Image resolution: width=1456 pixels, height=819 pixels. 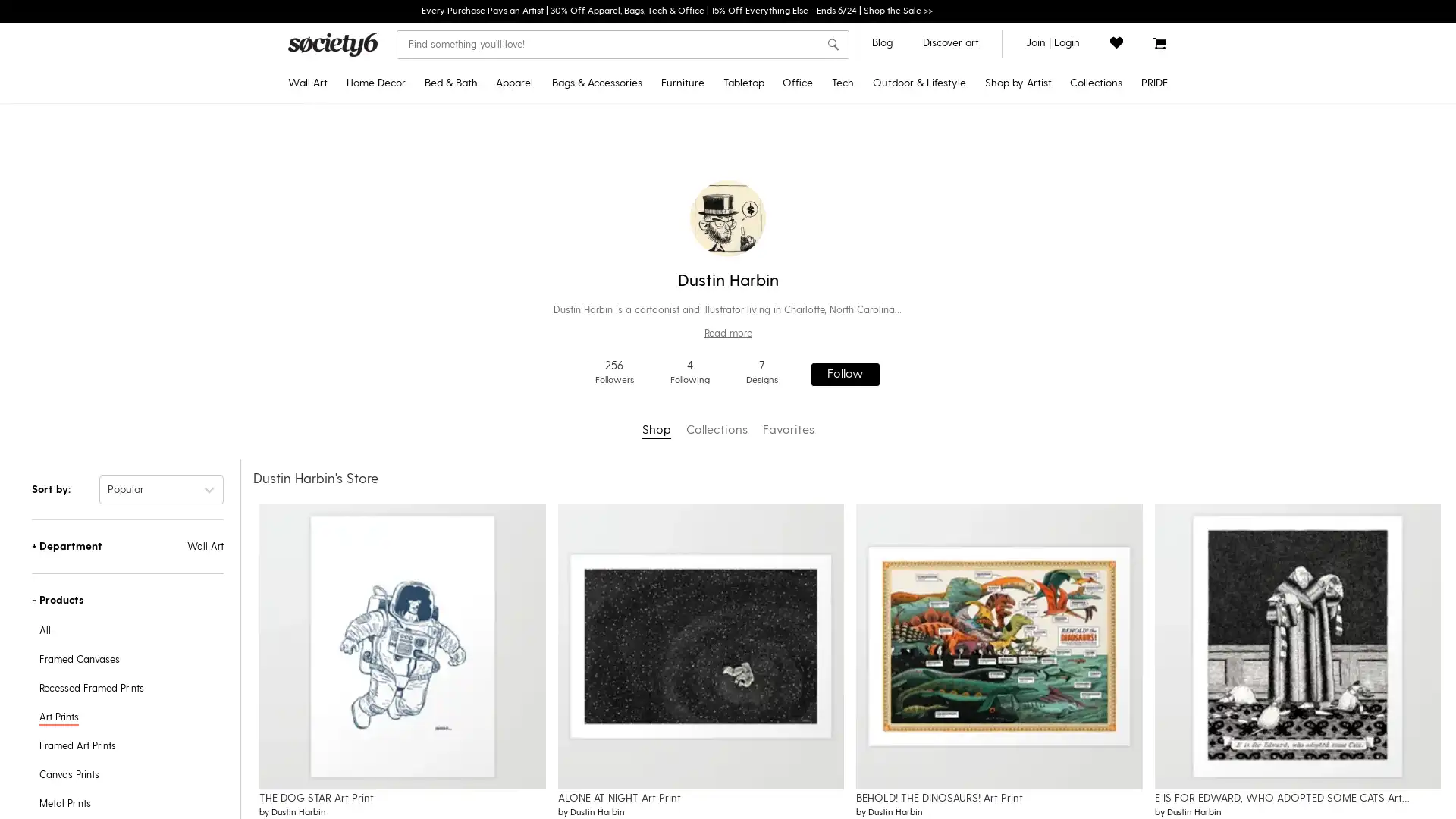 I want to click on Wood Wall Art, so click(x=356, y=366).